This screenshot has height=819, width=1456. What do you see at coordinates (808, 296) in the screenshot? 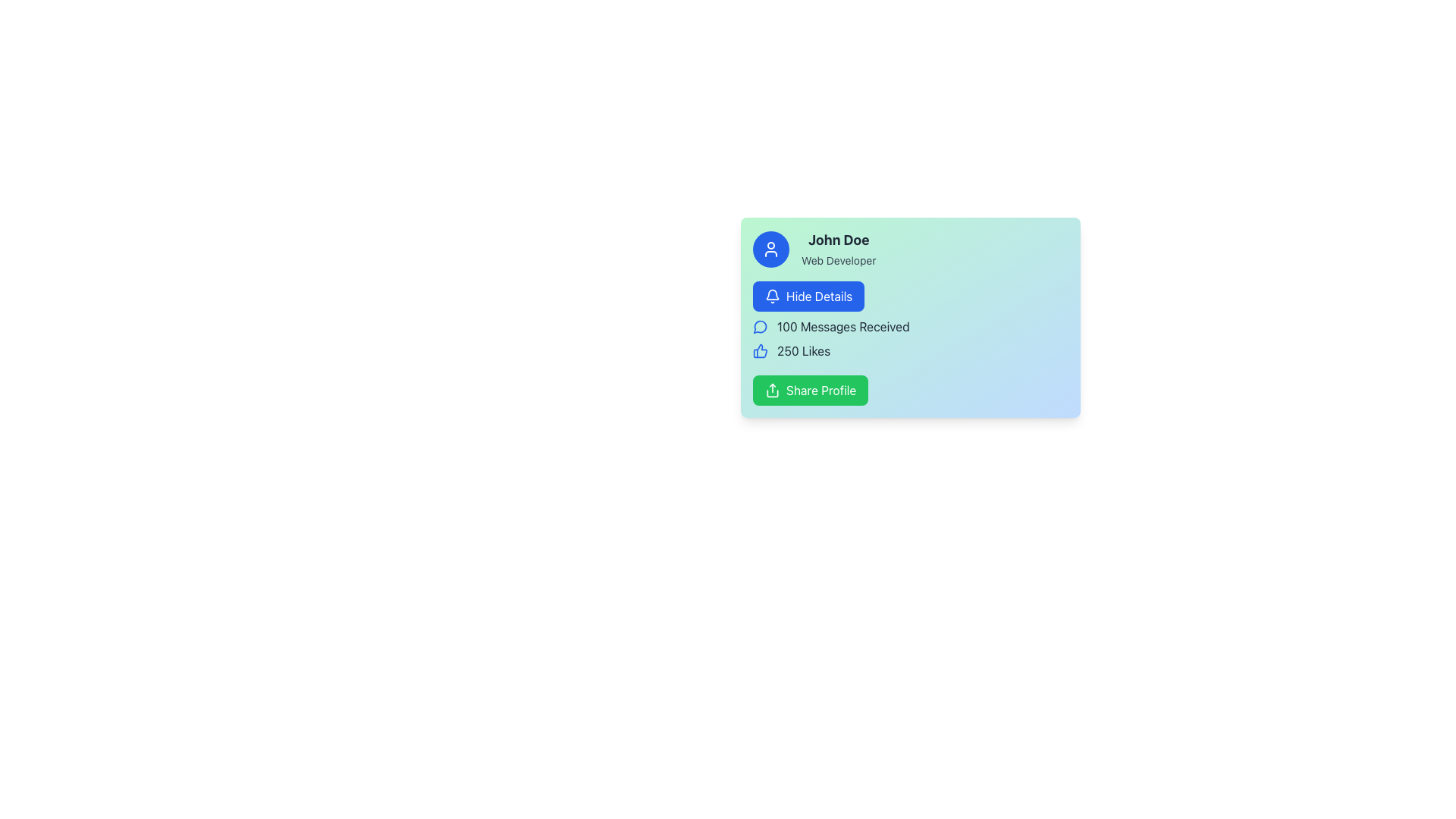
I see `the blue 'Hide Details' button with white text and a bell icon` at bounding box center [808, 296].